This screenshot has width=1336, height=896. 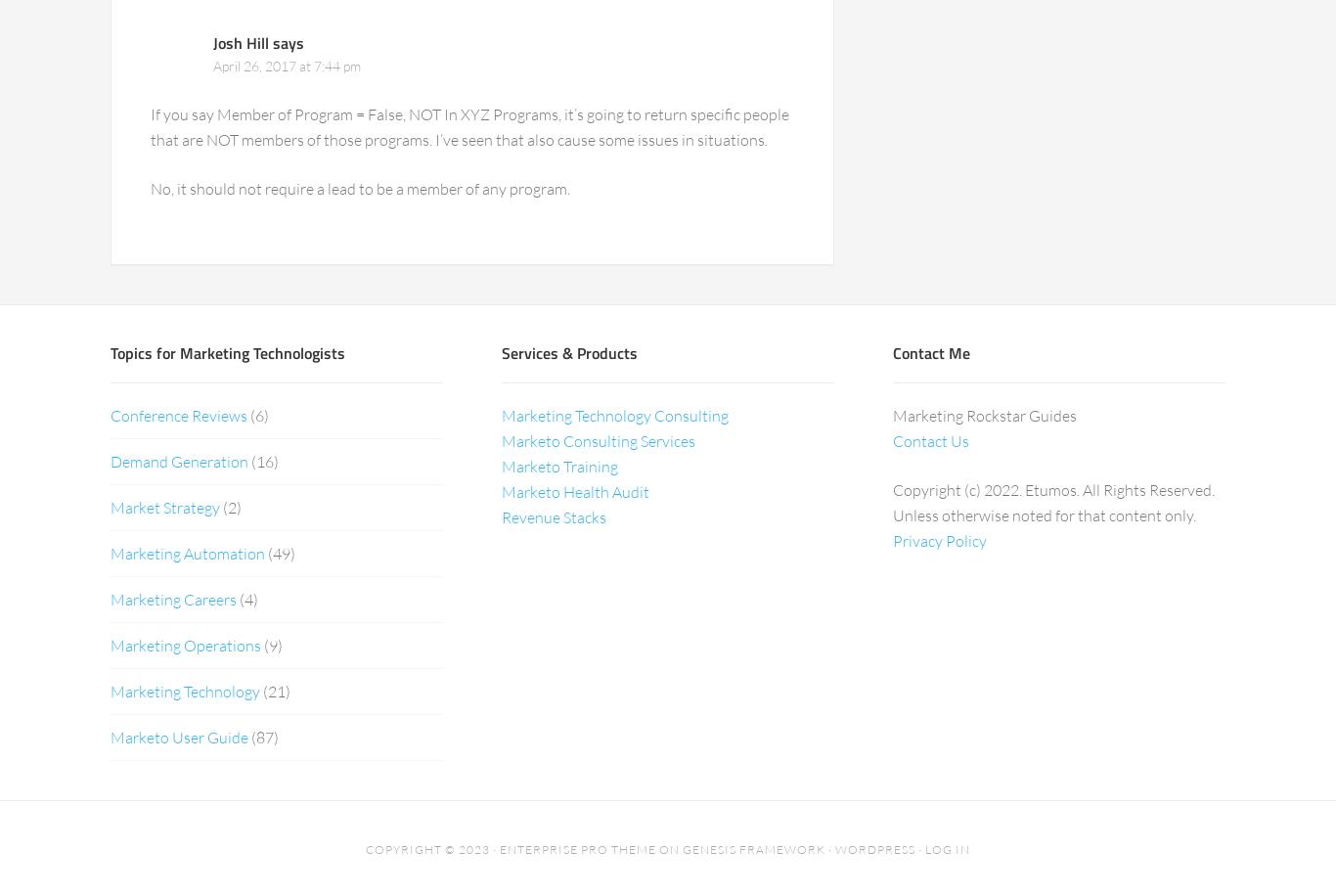 What do you see at coordinates (874, 847) in the screenshot?
I see `'WordPress'` at bounding box center [874, 847].